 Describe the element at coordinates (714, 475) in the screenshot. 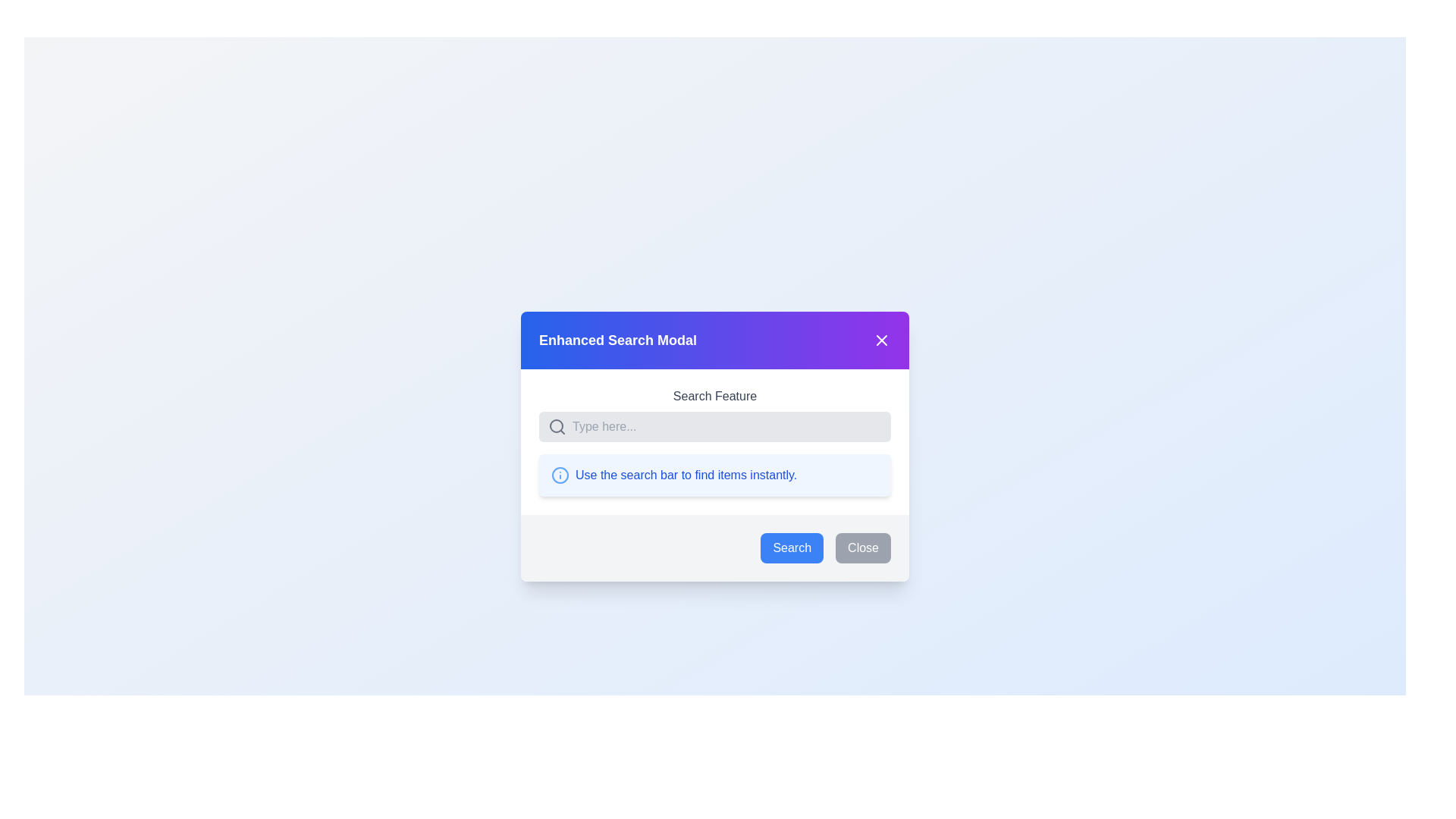

I see `the Informational Card, which is a rectangular area with a light blue background, rounded corners, and an informative icon on the left, located in the 'Enhanced Search Modal' dialog box` at that location.